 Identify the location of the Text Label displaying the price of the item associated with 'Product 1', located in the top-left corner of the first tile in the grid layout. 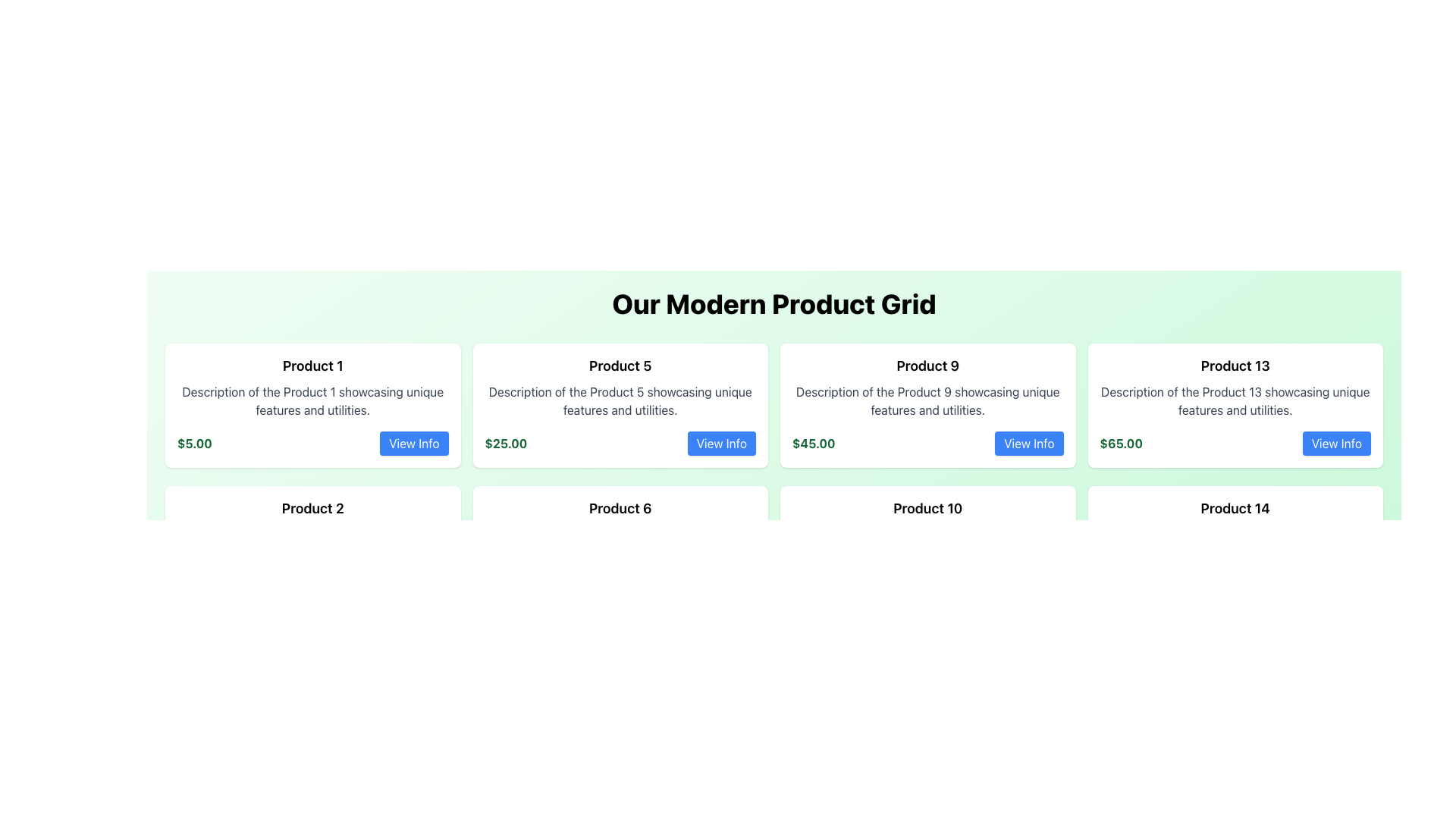
(193, 444).